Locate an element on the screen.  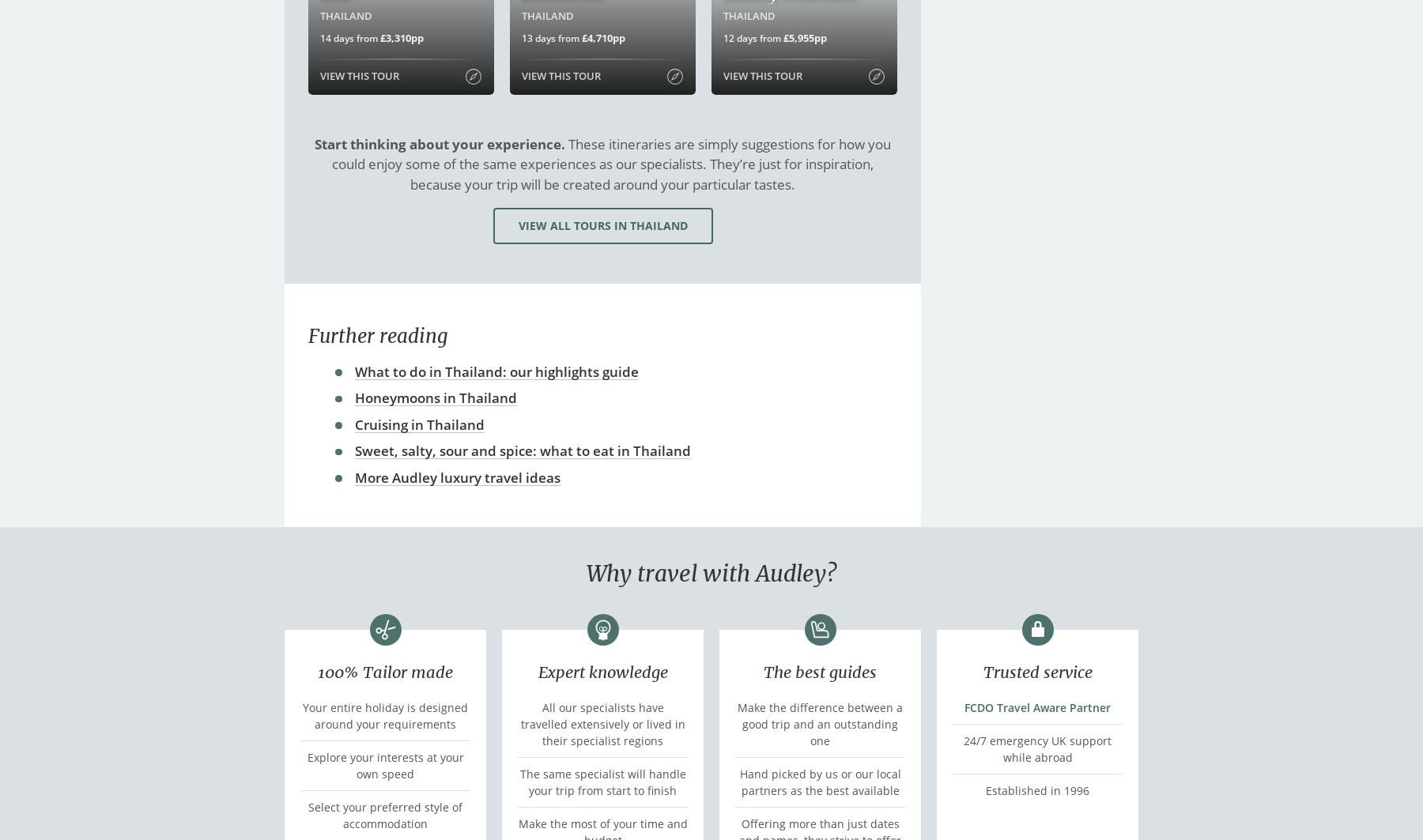
'What to do in Thailand: our highlights guide' is located at coordinates (496, 371).